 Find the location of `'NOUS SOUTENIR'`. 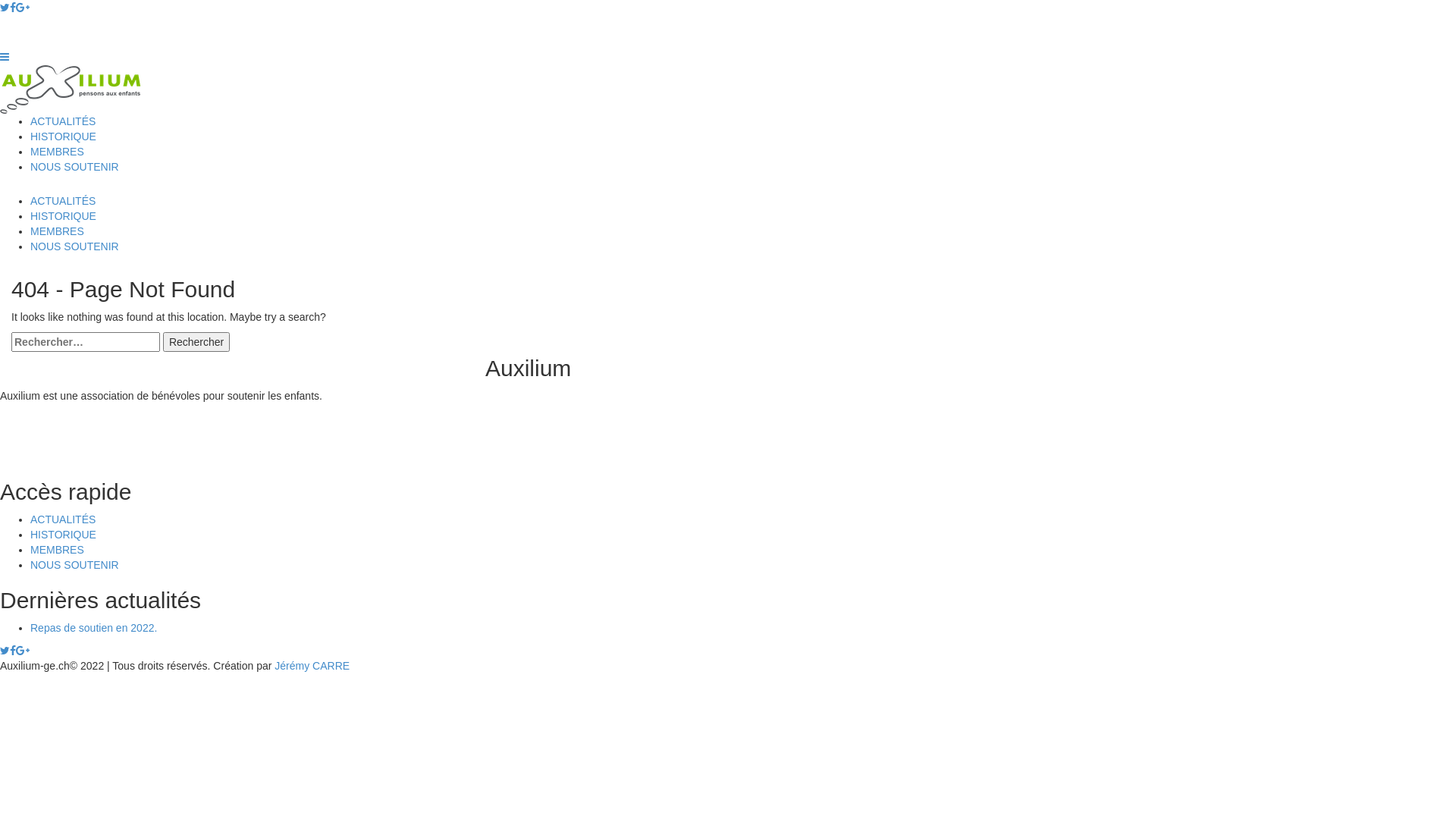

'NOUS SOUTENIR' is located at coordinates (74, 166).